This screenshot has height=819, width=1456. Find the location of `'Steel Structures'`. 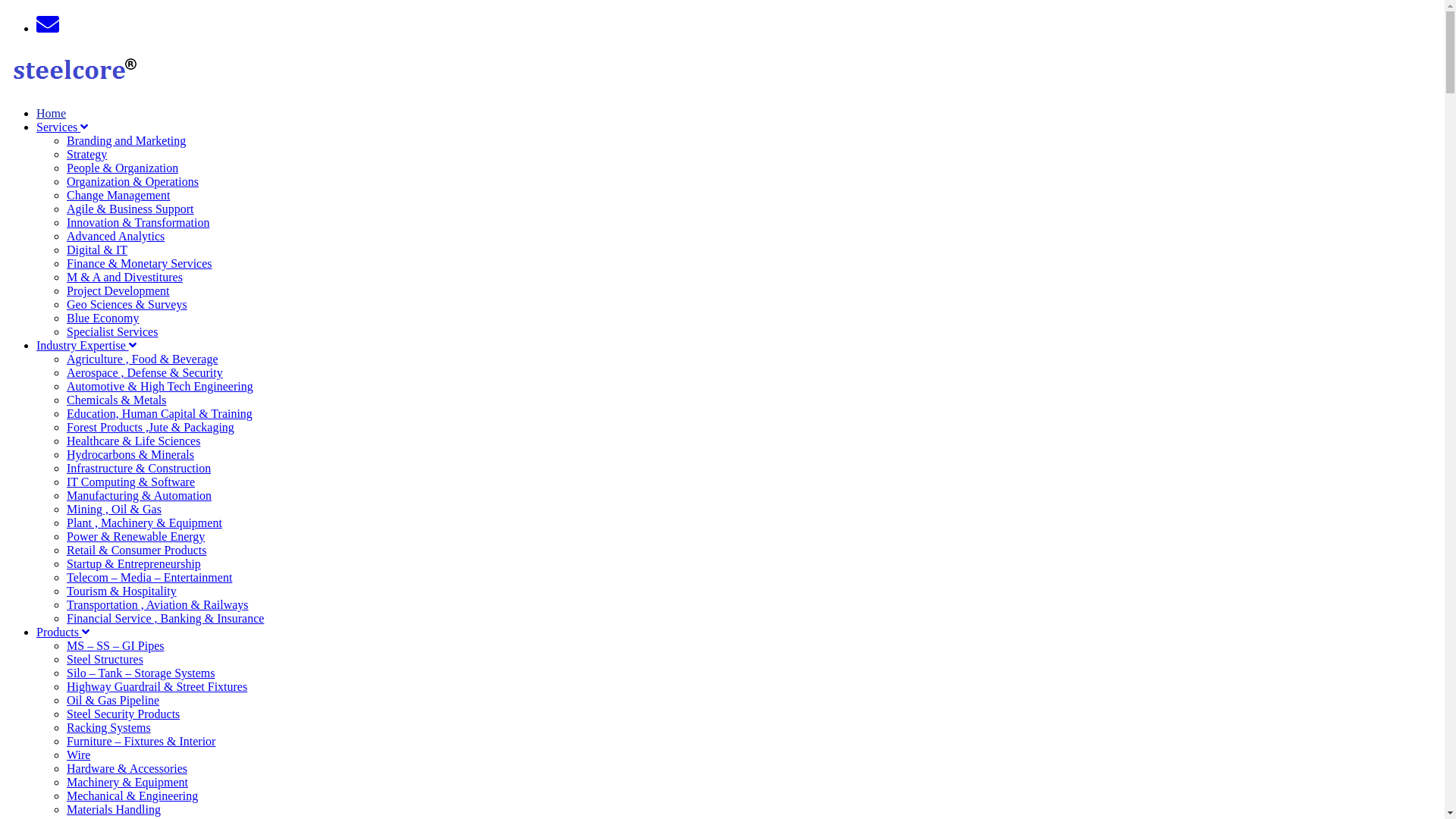

'Steel Structures' is located at coordinates (104, 658).